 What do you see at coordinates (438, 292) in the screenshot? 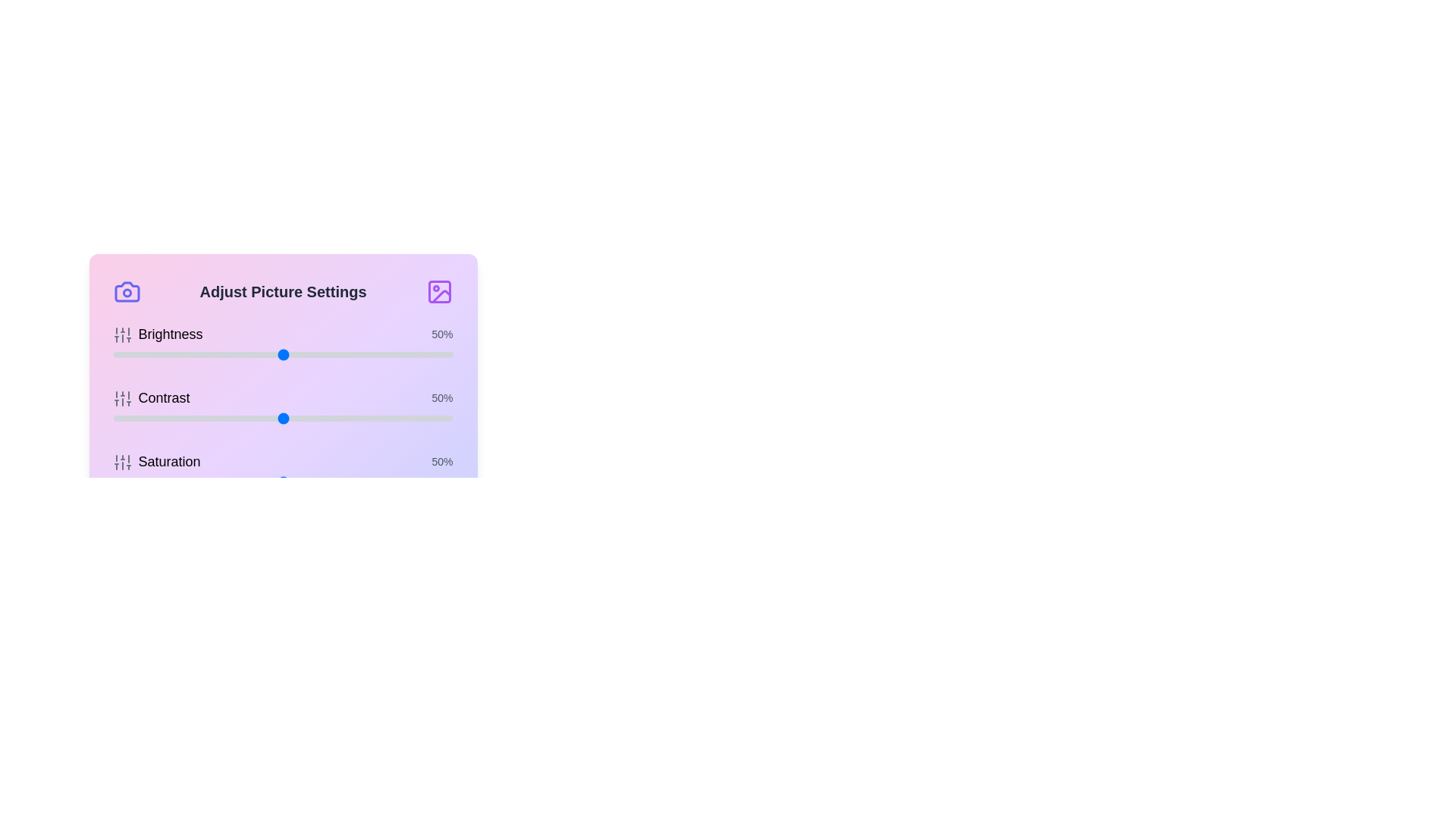
I see `the header icon image` at bounding box center [438, 292].